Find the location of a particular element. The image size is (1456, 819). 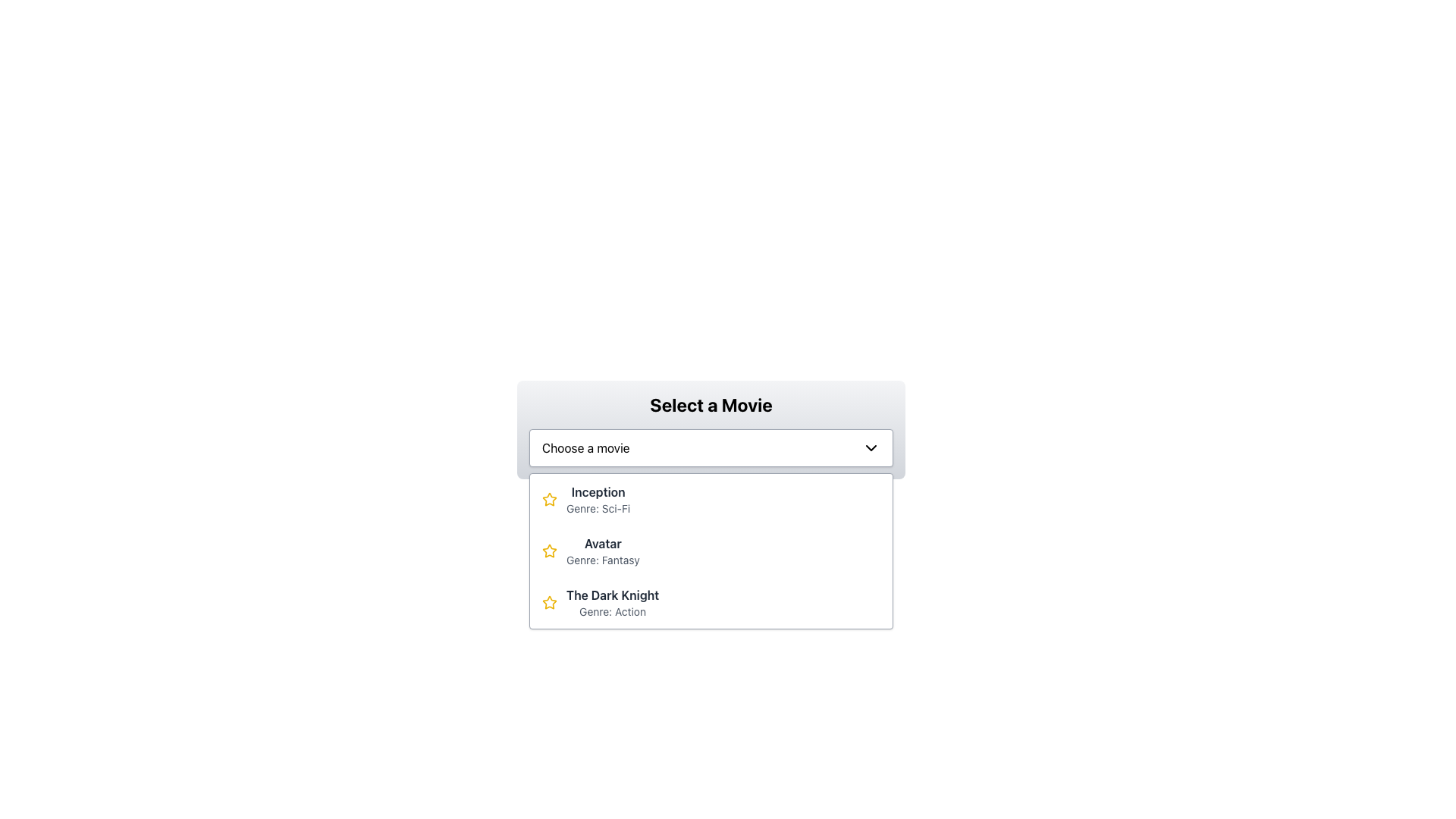

the title text of the movie 'Avatar' in the selectable list, which is positioned above the 'Genre: Fantasy' text and to the right of a star icon is located at coordinates (602, 543).